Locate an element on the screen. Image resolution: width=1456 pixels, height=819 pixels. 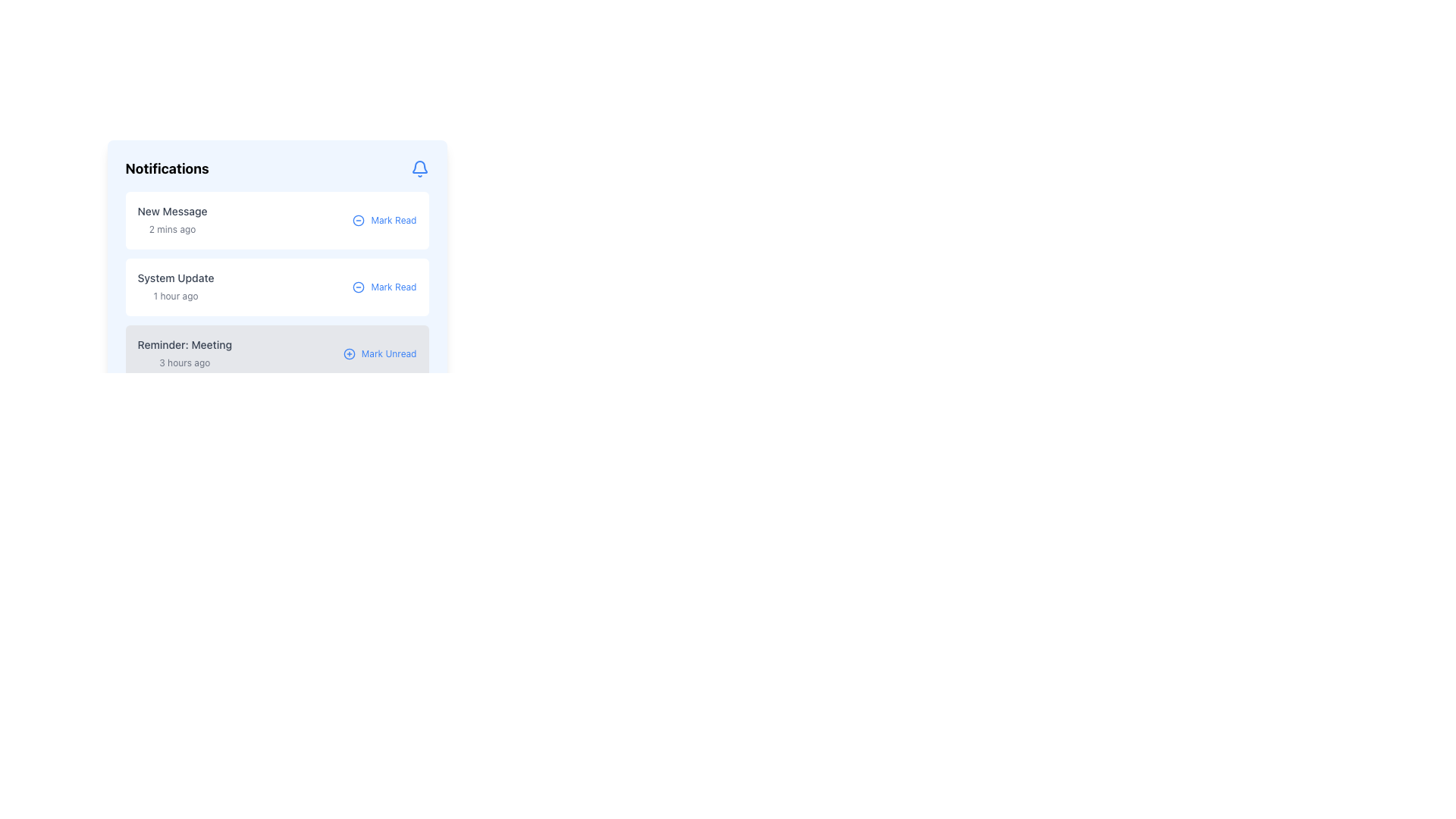
the circular button icon with a plus sign located to the left of the 'Mark Unread' text is located at coordinates (348, 353).